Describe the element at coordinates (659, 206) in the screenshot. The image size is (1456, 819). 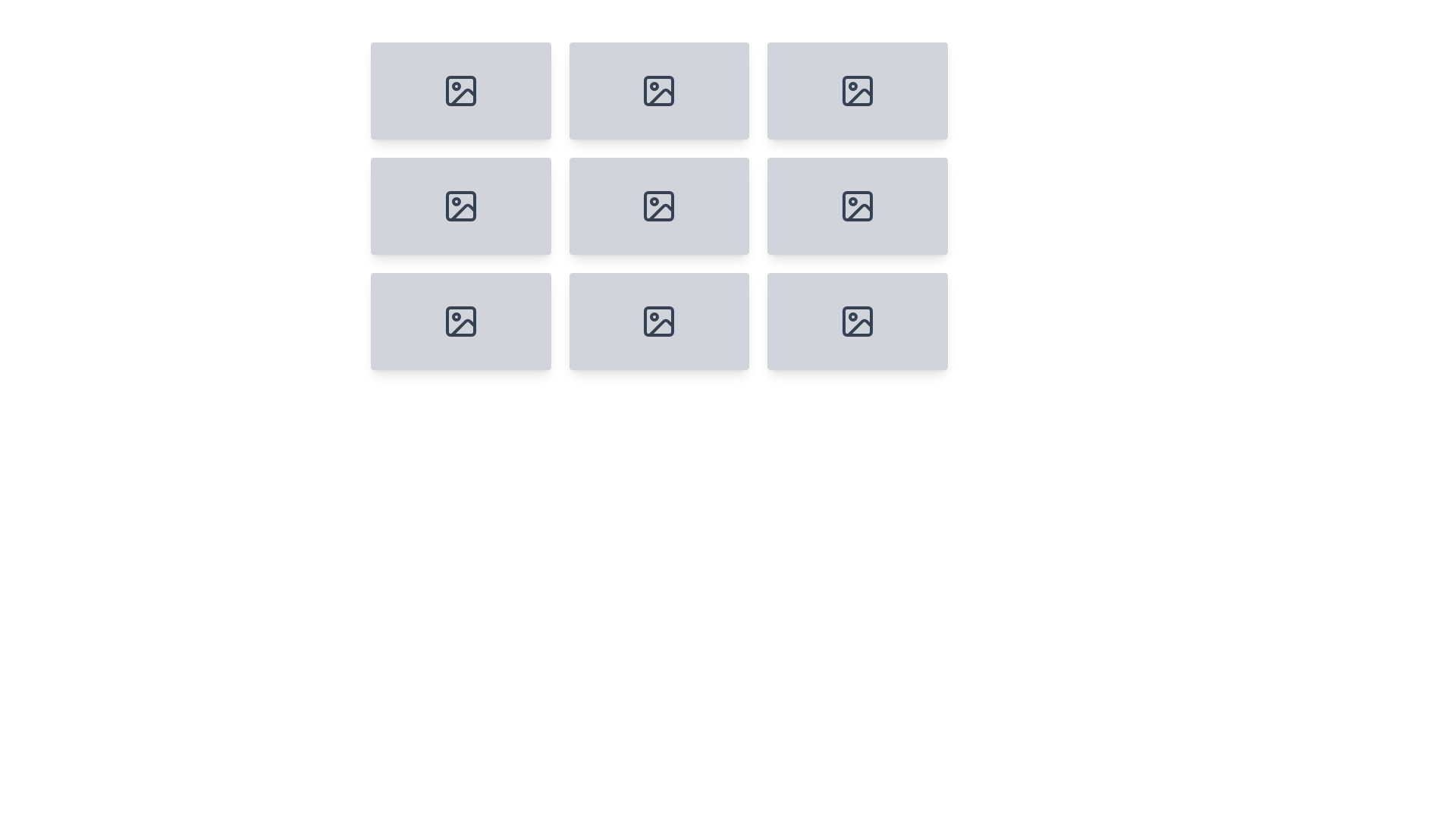
I see `the central grid item placeholder in the second row of the grid containing image placeholders with icons on a gray background` at that location.